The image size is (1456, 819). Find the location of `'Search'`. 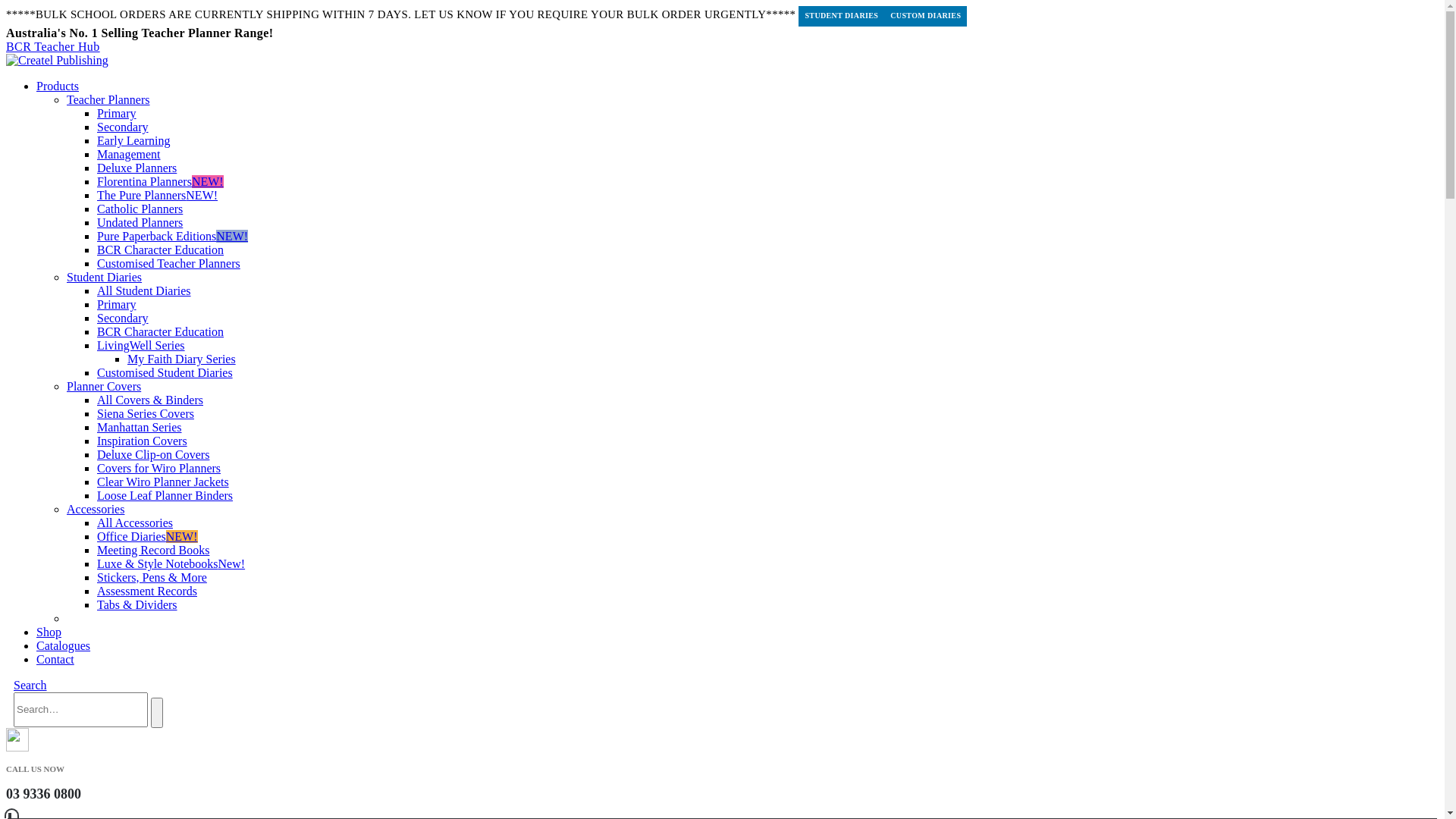

'Search' is located at coordinates (156, 713).